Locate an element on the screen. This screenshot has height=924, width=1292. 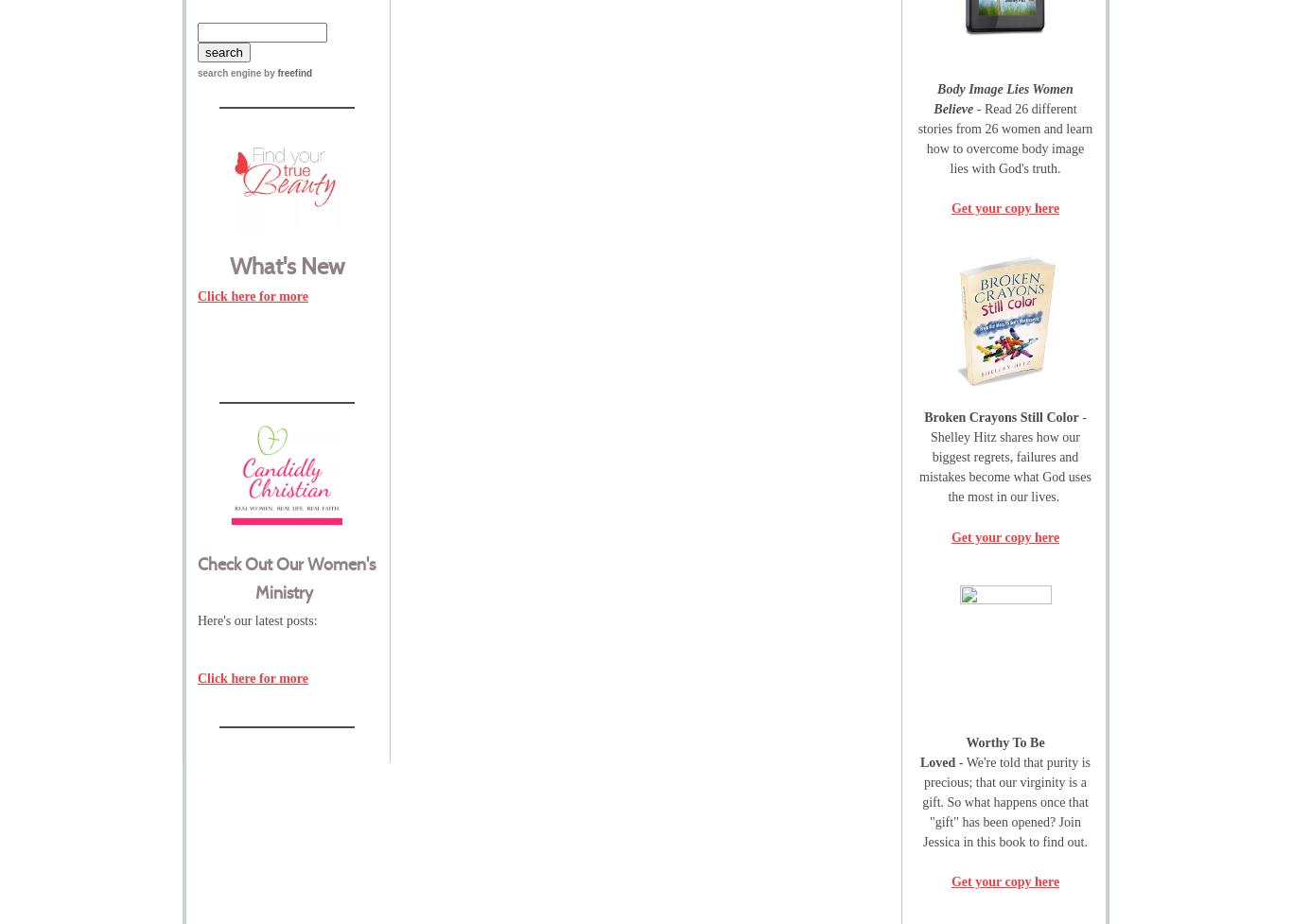
'iggest regrets, failures and mistakes become what God uses the most in our lives.' is located at coordinates (1004, 476).